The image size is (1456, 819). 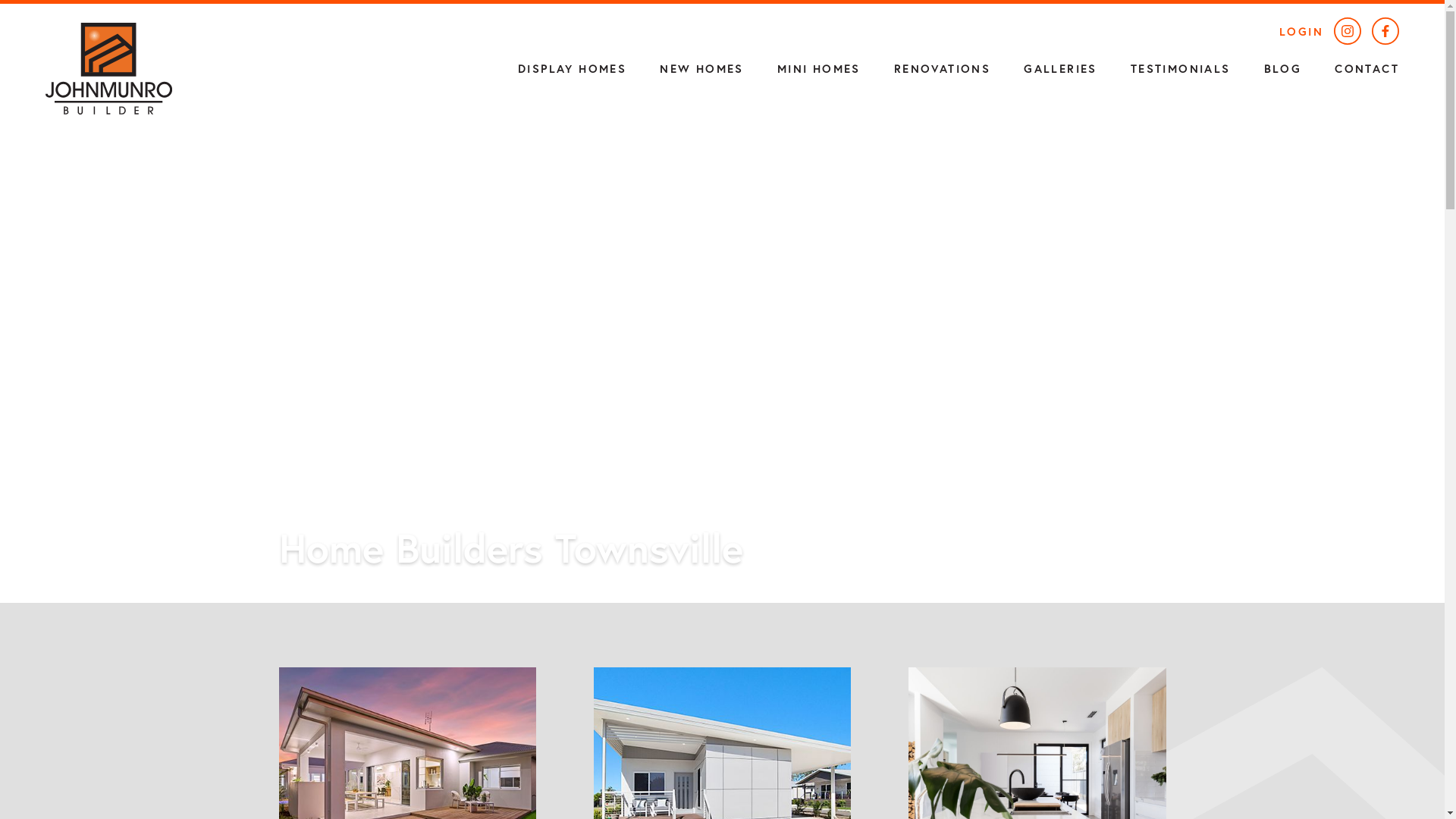 I want to click on 'CONTACT', so click(x=1367, y=67).